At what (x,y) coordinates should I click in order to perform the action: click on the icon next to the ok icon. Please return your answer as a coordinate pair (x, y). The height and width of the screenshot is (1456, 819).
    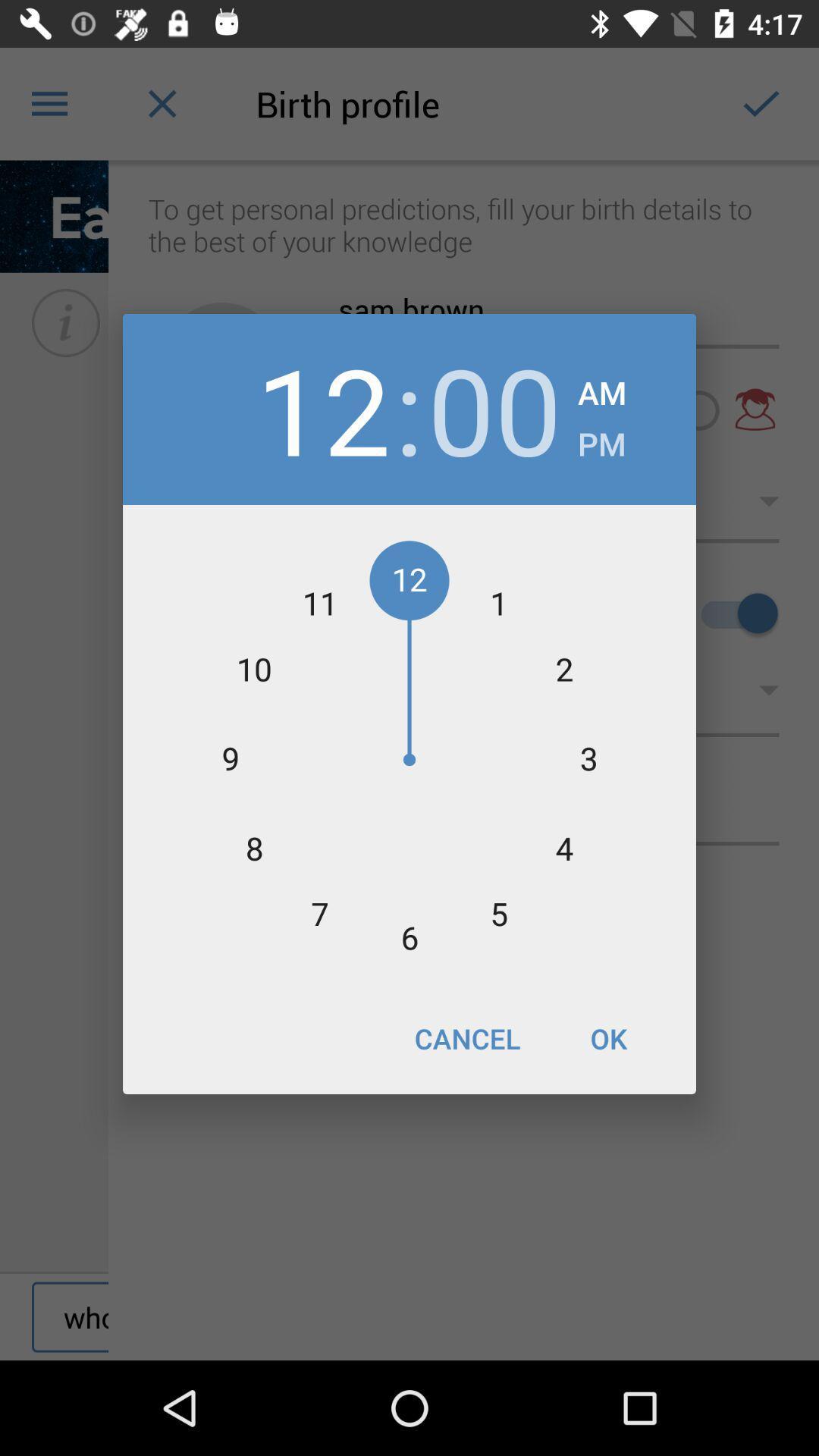
    Looking at the image, I should click on (466, 1037).